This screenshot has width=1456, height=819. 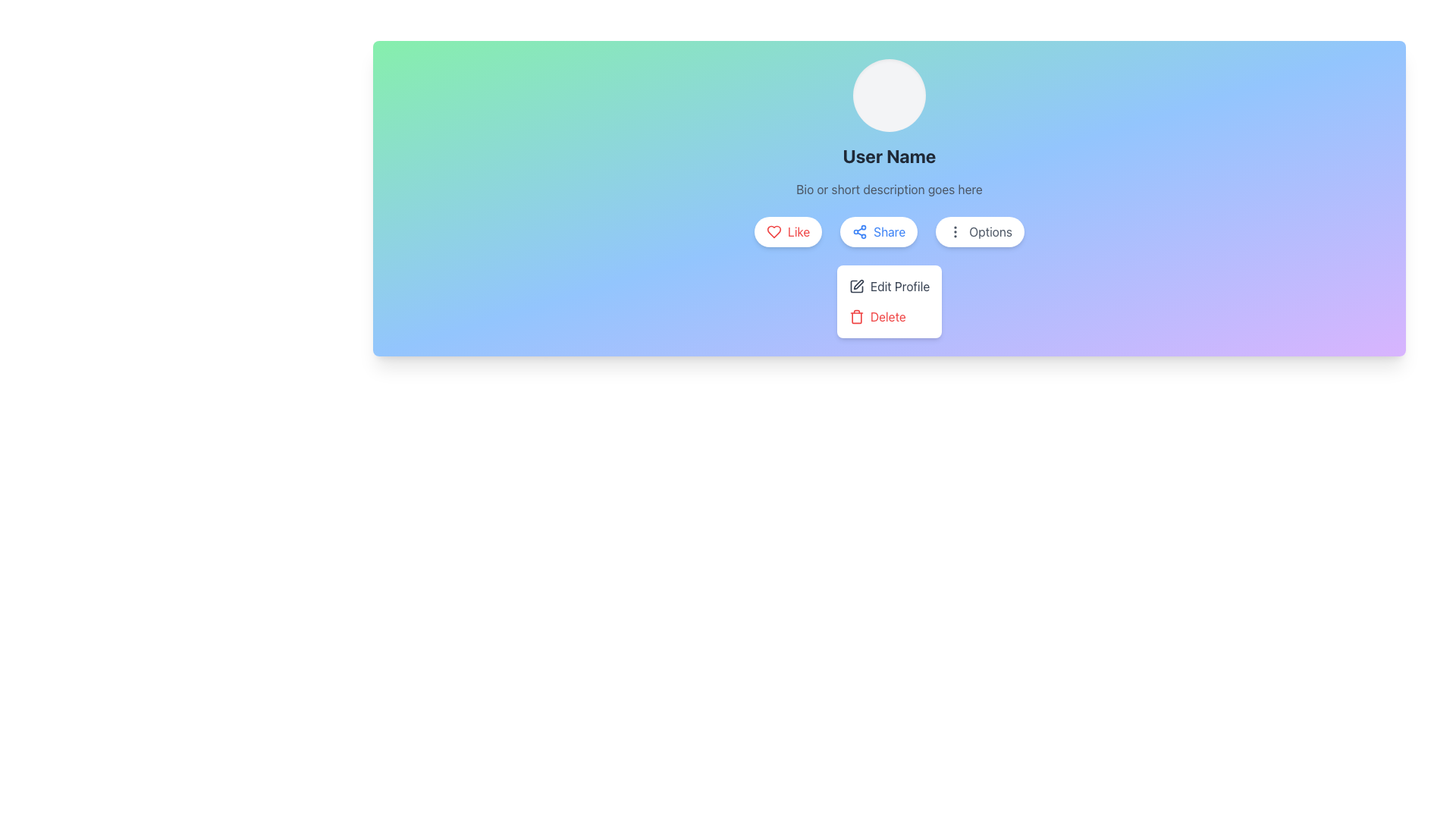 I want to click on the 'Edit Profile' icon located to the left of the 'Edit Profile' button in the user information section, so click(x=856, y=287).